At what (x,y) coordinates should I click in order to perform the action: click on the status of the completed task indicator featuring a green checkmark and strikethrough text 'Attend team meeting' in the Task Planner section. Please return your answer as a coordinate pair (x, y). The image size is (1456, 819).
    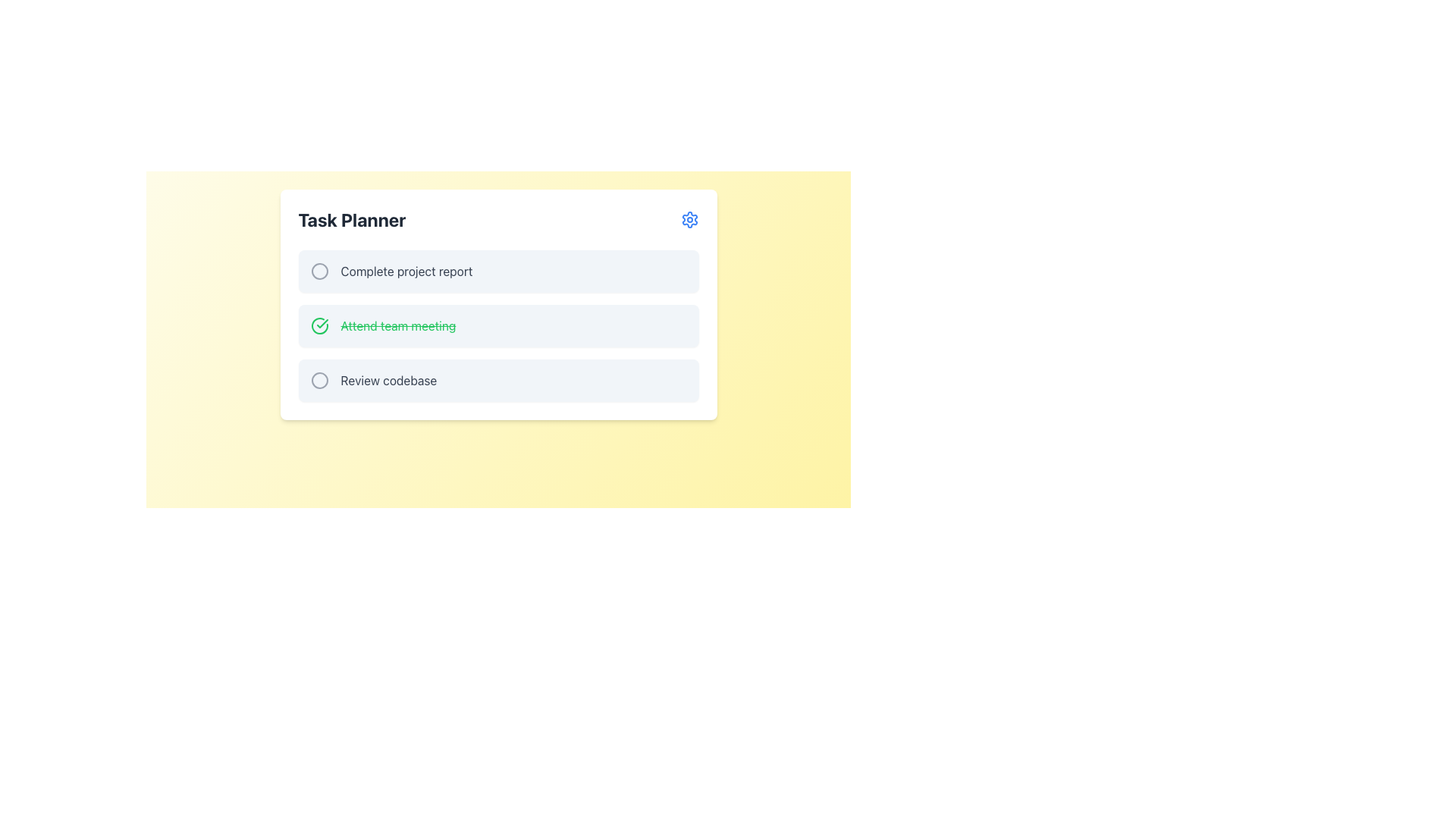
    Looking at the image, I should click on (383, 325).